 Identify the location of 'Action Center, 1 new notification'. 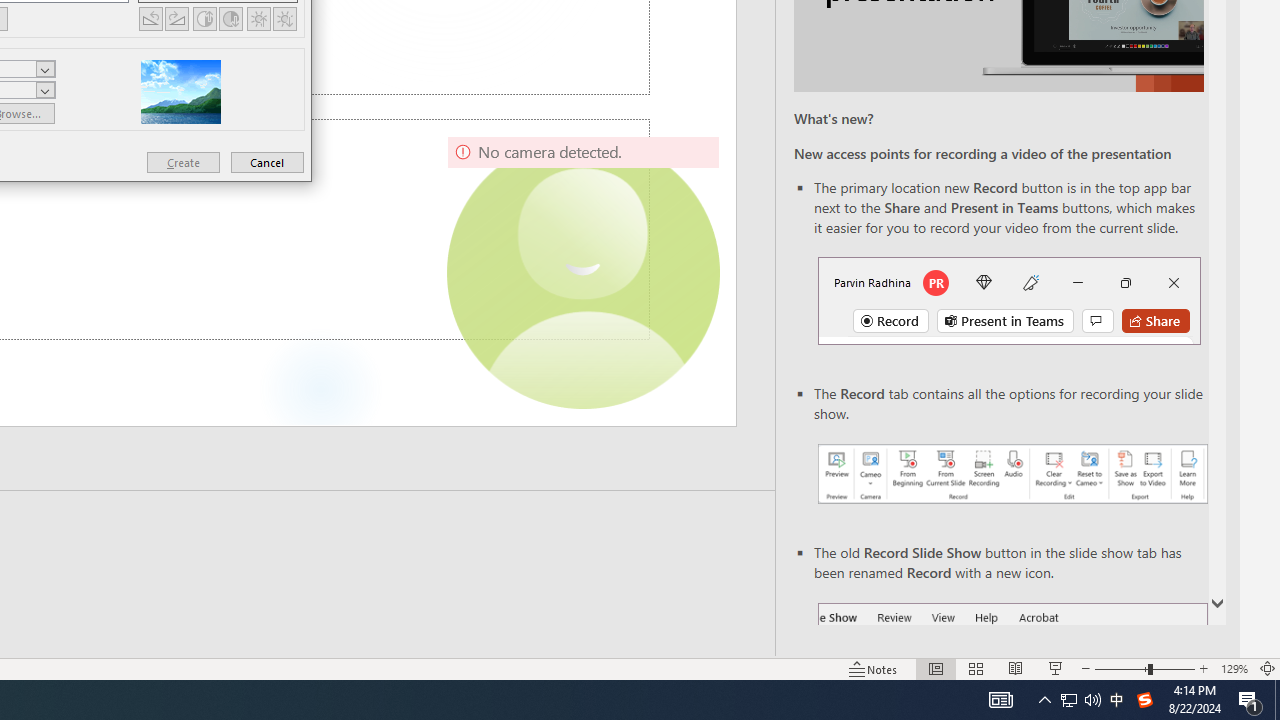
(1250, 698).